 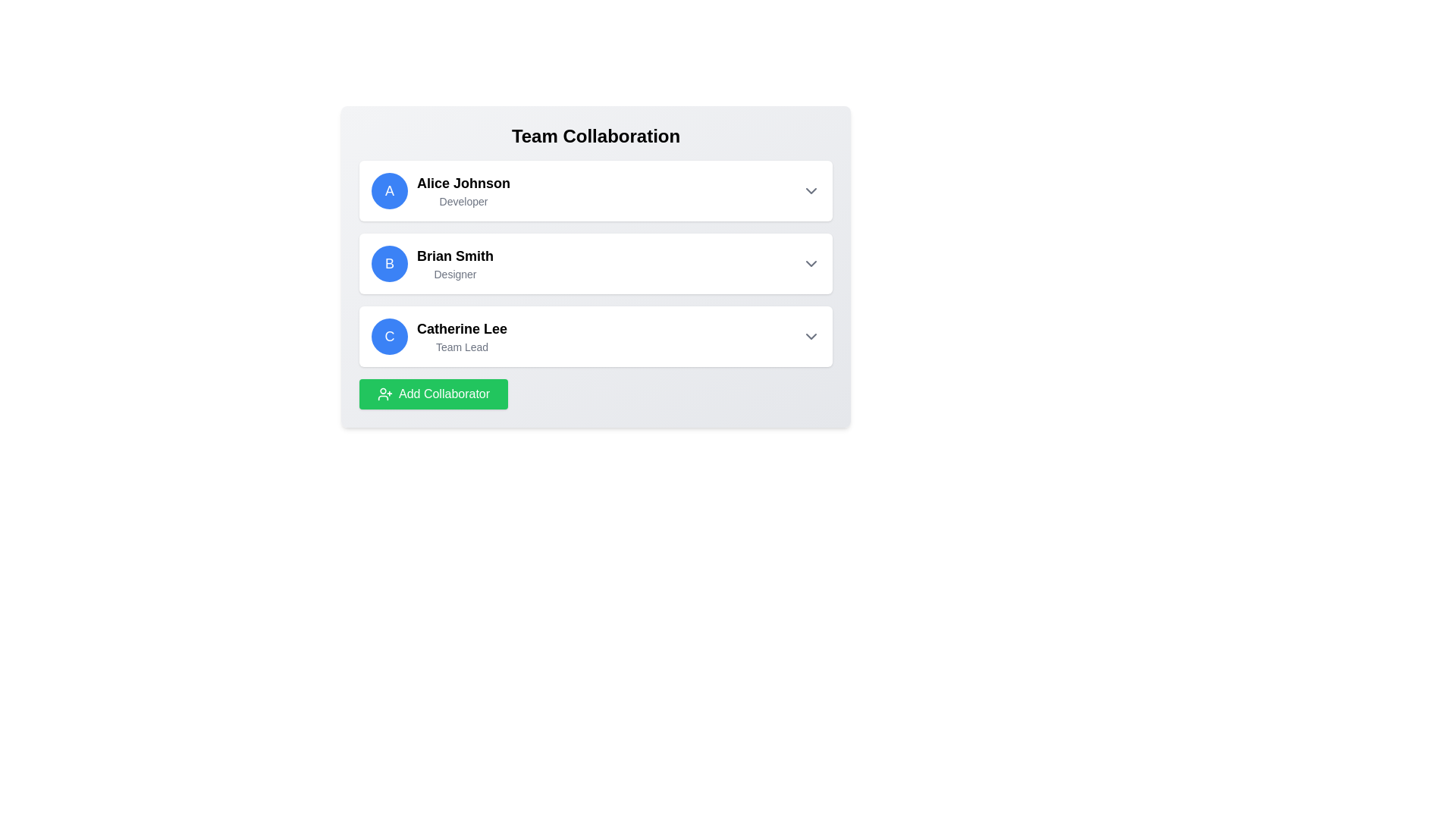 What do you see at coordinates (432, 394) in the screenshot?
I see `the 'Add Collaborator' button, which is a green rectangular button with white text and a user icon, located at the bottom-center of the 'Team Collaboration' panel` at bounding box center [432, 394].